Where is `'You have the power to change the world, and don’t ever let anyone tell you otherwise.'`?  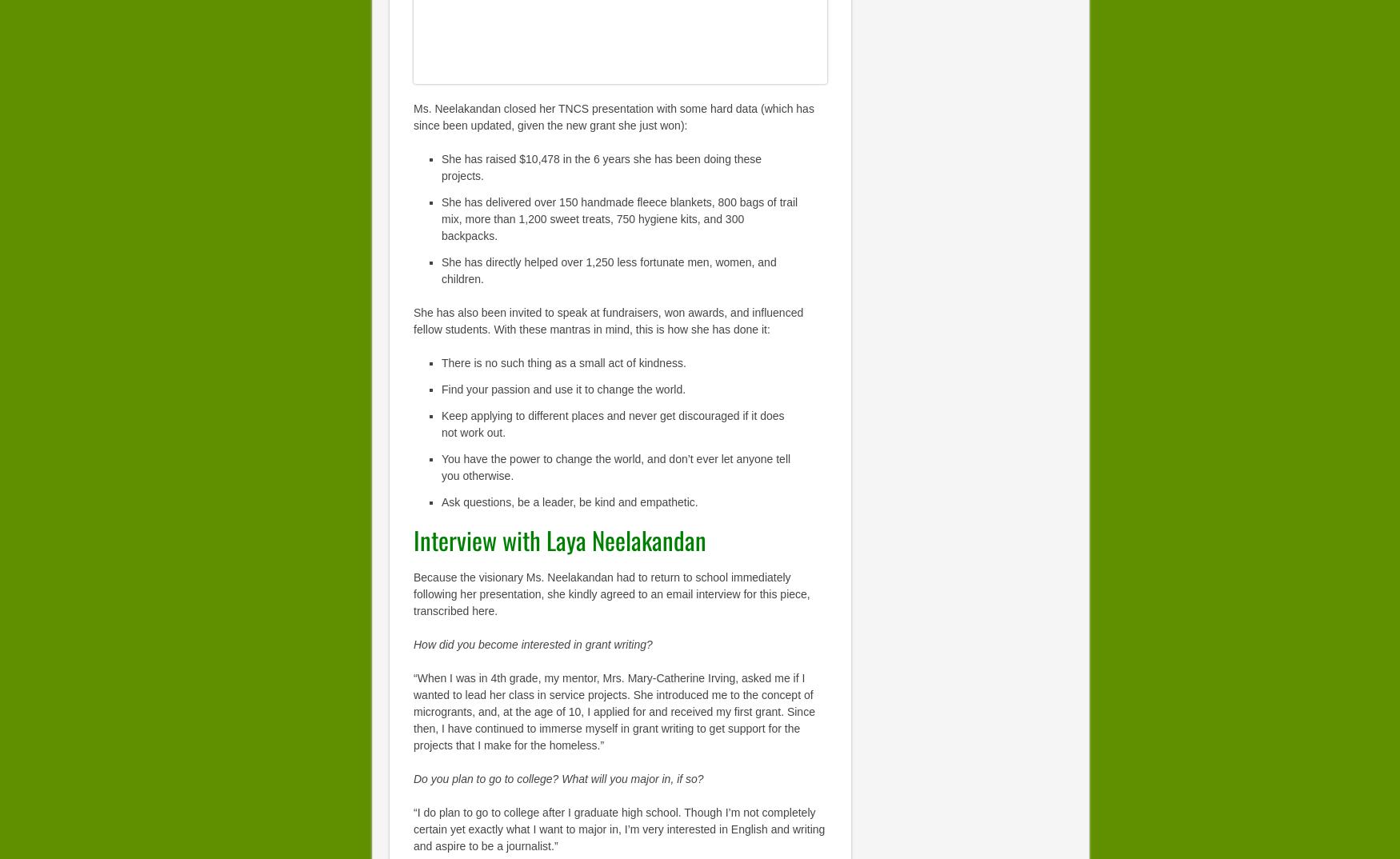 'You have the power to change the world, and don’t ever let anyone tell you otherwise.' is located at coordinates (615, 465).